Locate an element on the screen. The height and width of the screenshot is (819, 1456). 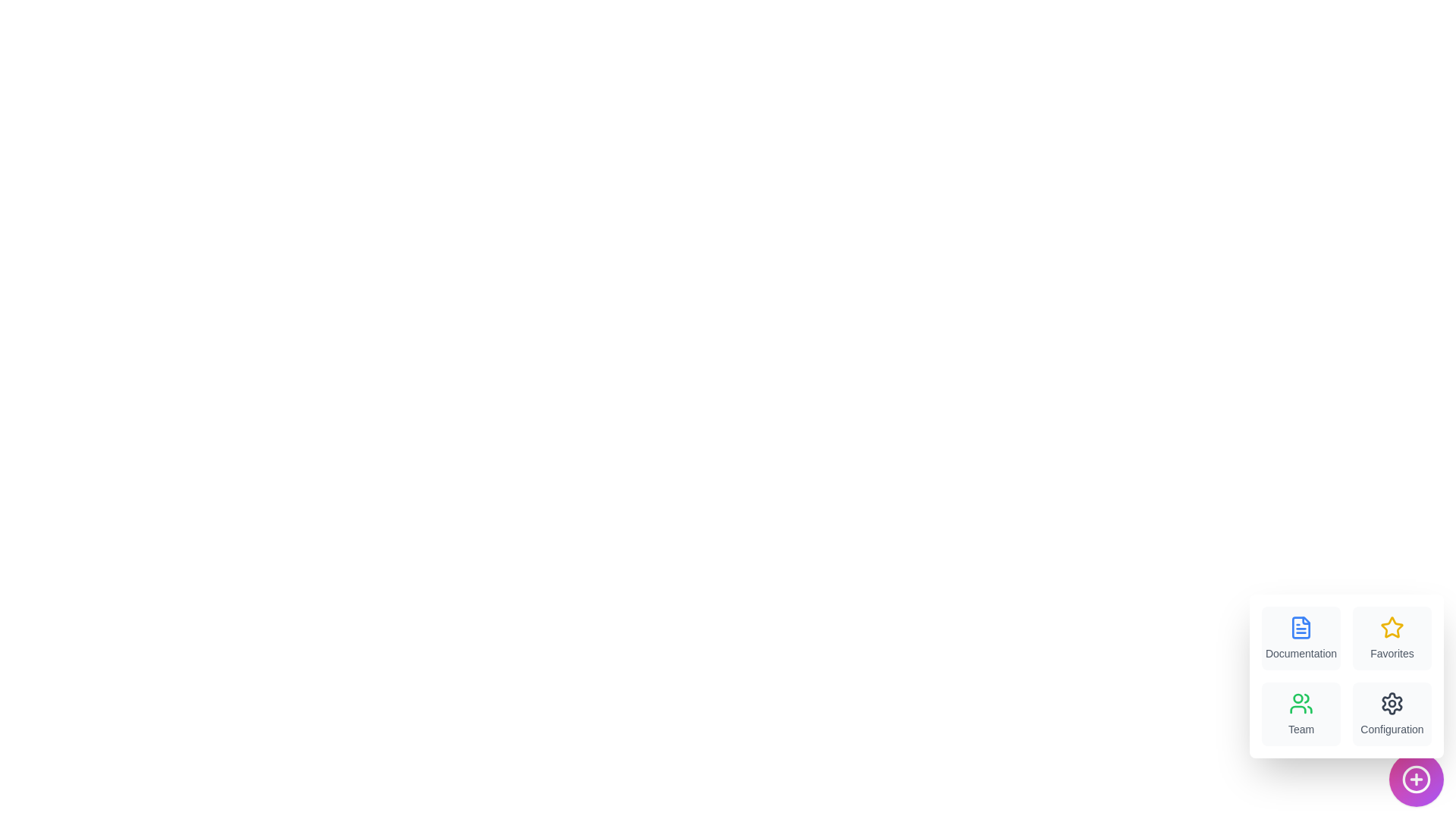
the floating action button to toggle the menu visibility is located at coordinates (1415, 780).